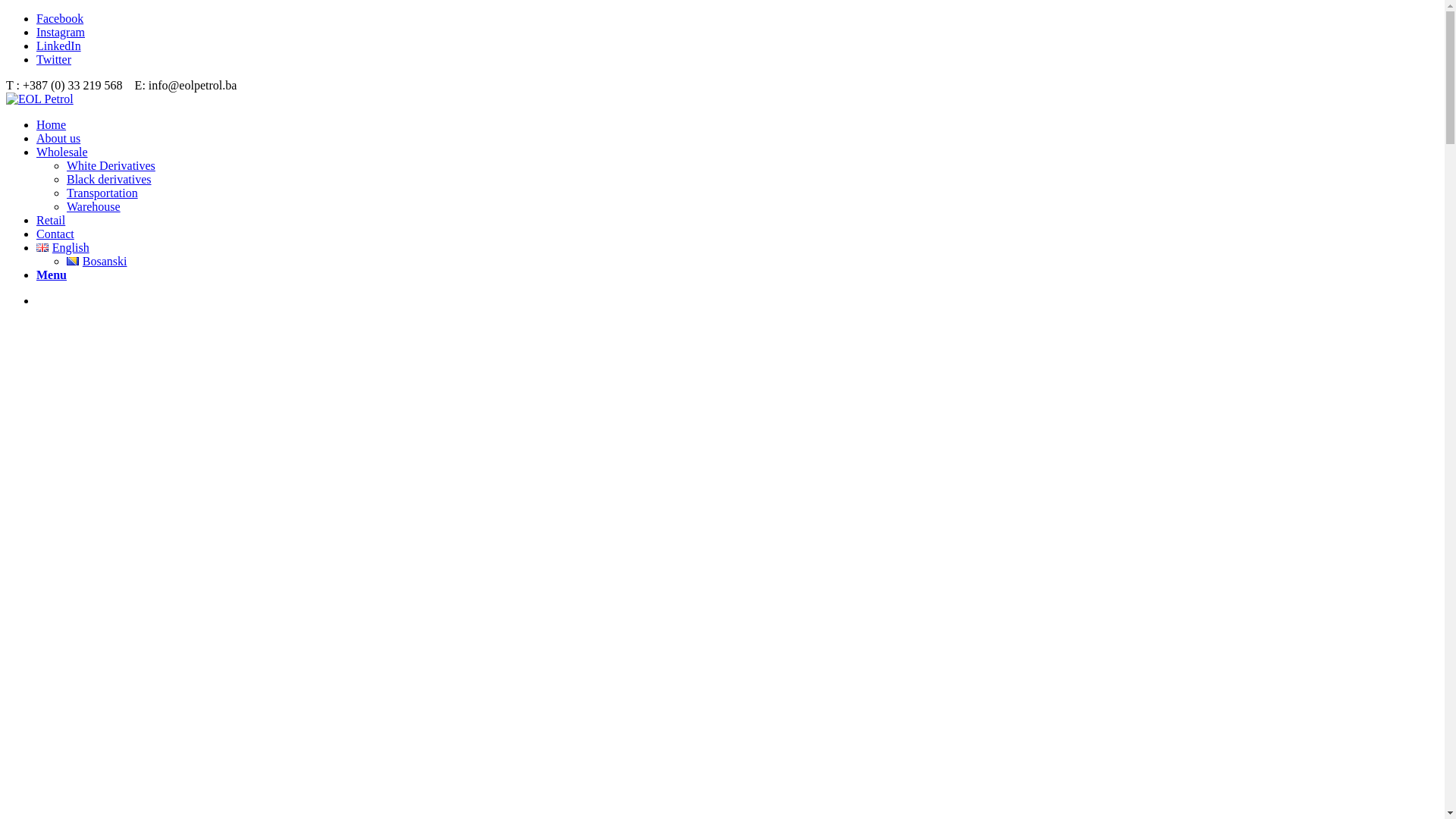 The image size is (1456, 819). What do you see at coordinates (65, 178) in the screenshot?
I see `'Black derivatives'` at bounding box center [65, 178].